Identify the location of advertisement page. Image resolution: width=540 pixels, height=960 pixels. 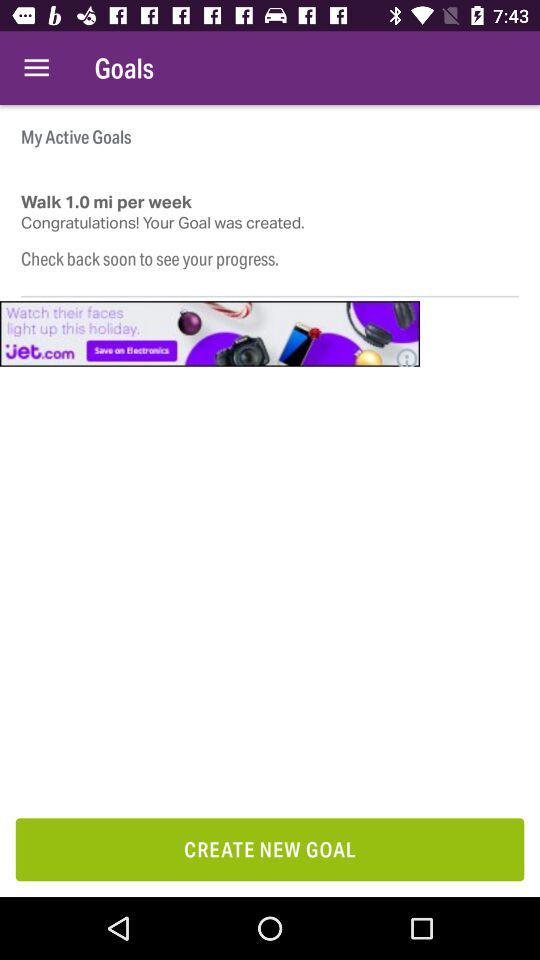
(209, 333).